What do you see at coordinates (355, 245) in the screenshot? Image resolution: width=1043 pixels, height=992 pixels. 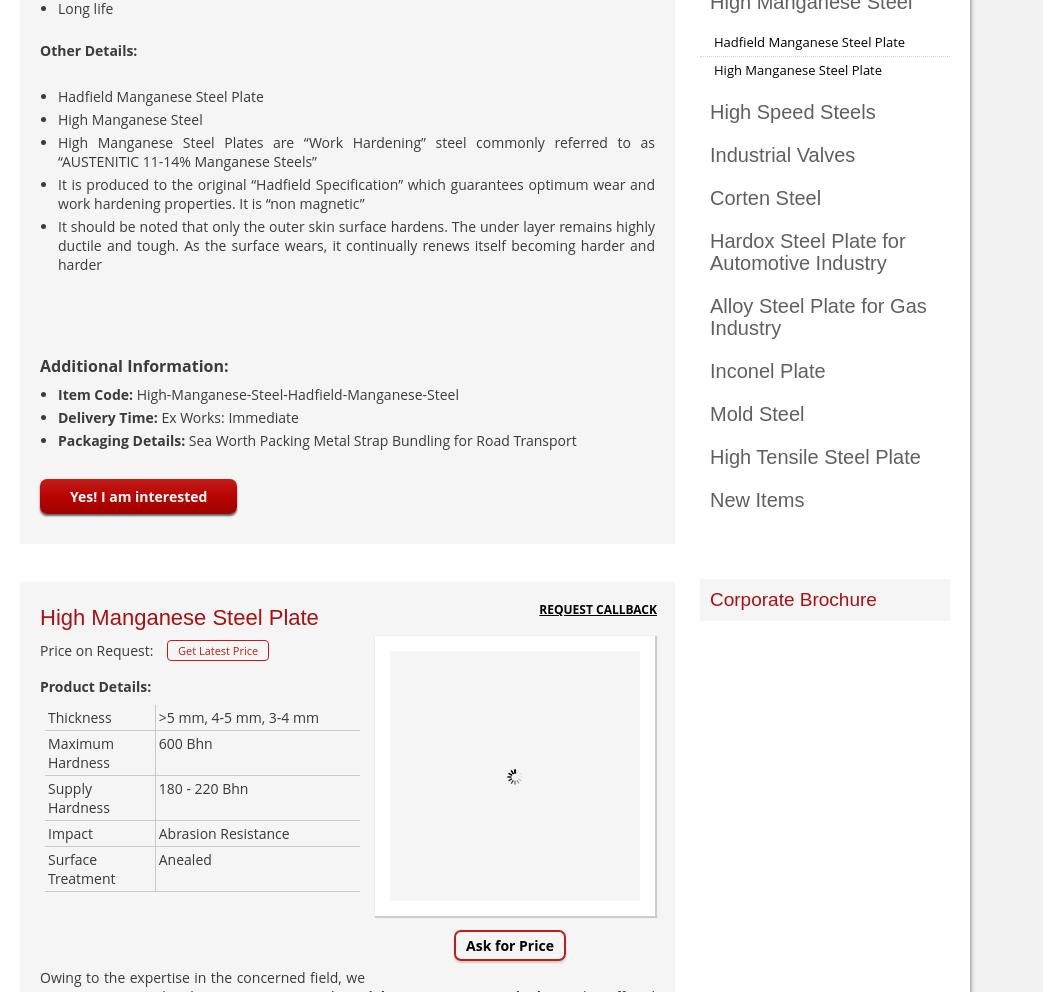 I see `'It should be noted that only the outer skin surface hardens. The under layer remains highly ductile and tough. As the surface wears, it continually renews itself becoming harder and harder'` at bounding box center [355, 245].